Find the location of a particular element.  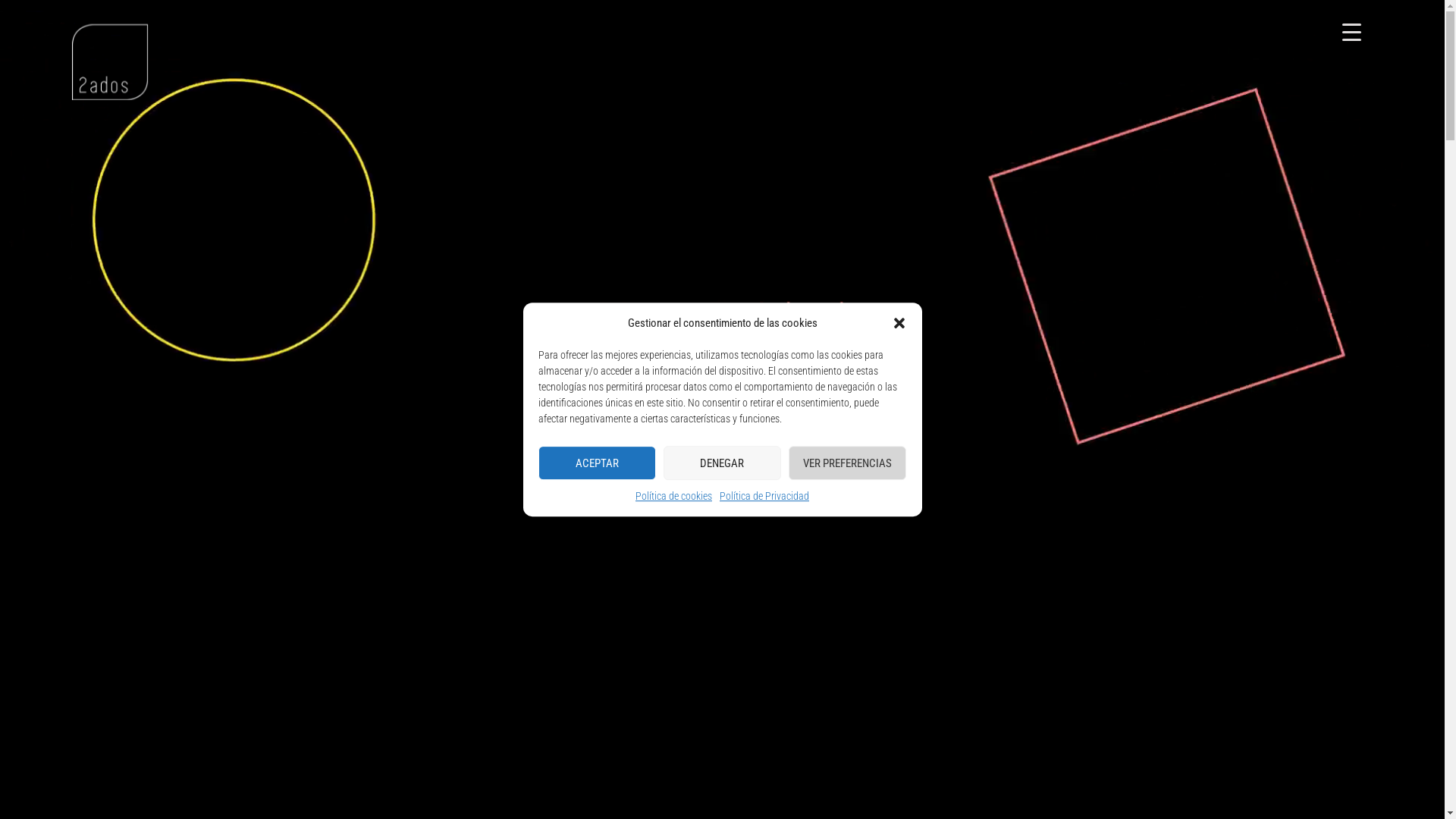

'ACEPTAR' is located at coordinates (596, 462).